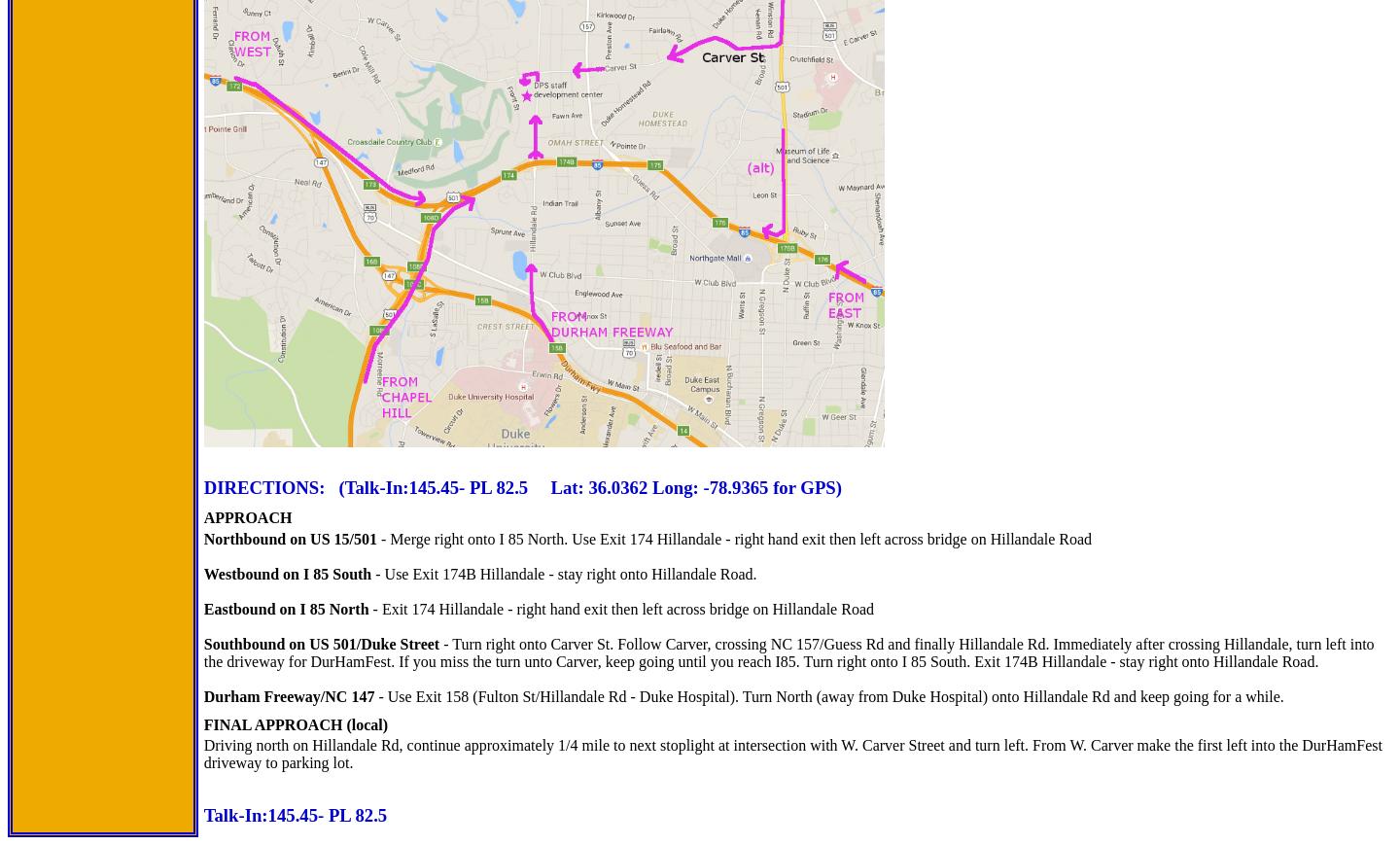 The image size is (1400, 845). I want to click on 'Westbound on I 85 South', so click(202, 573).